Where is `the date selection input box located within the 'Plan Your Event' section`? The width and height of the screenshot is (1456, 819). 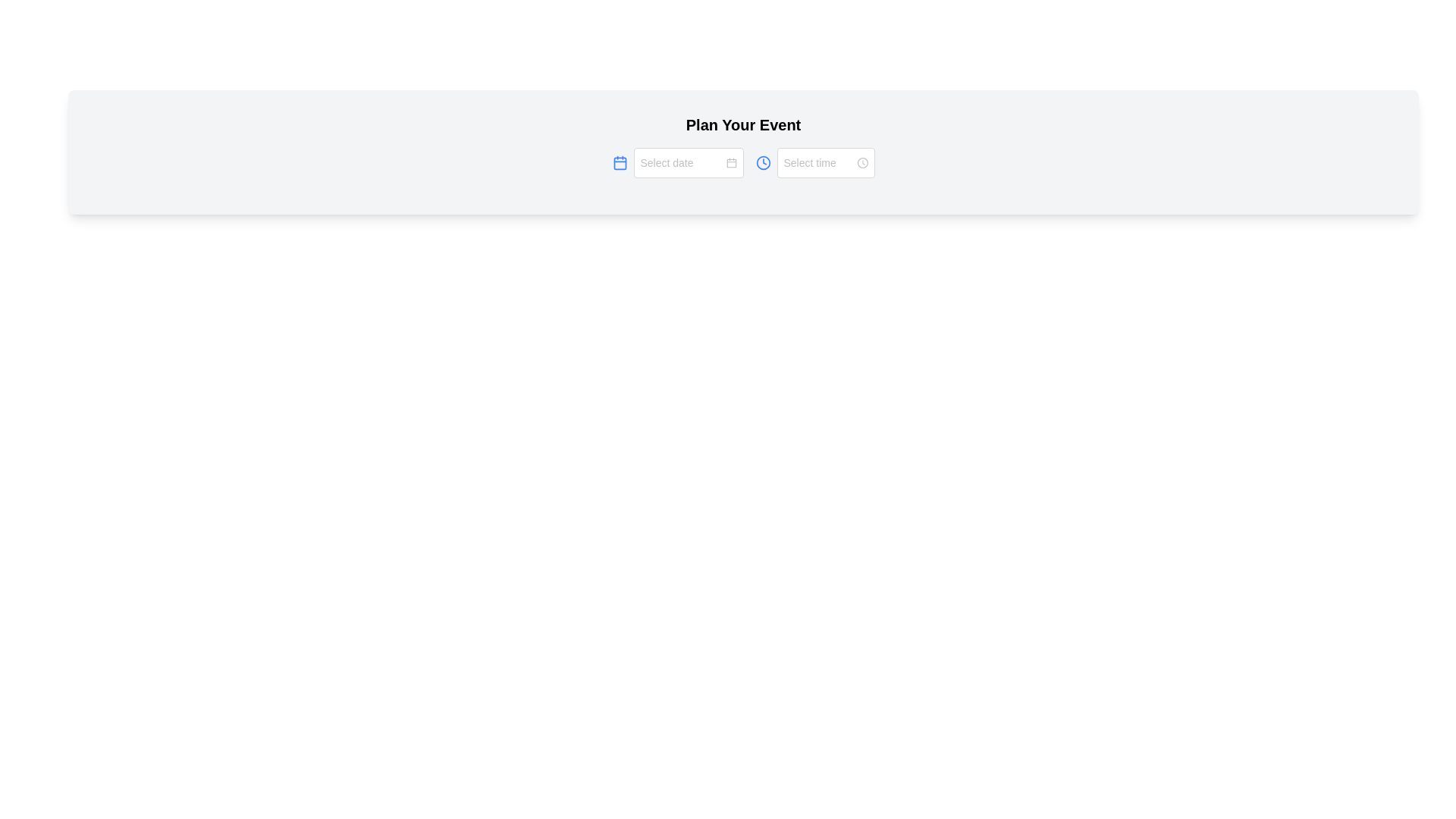 the date selection input box located within the 'Plan Your Event' section is located at coordinates (743, 163).